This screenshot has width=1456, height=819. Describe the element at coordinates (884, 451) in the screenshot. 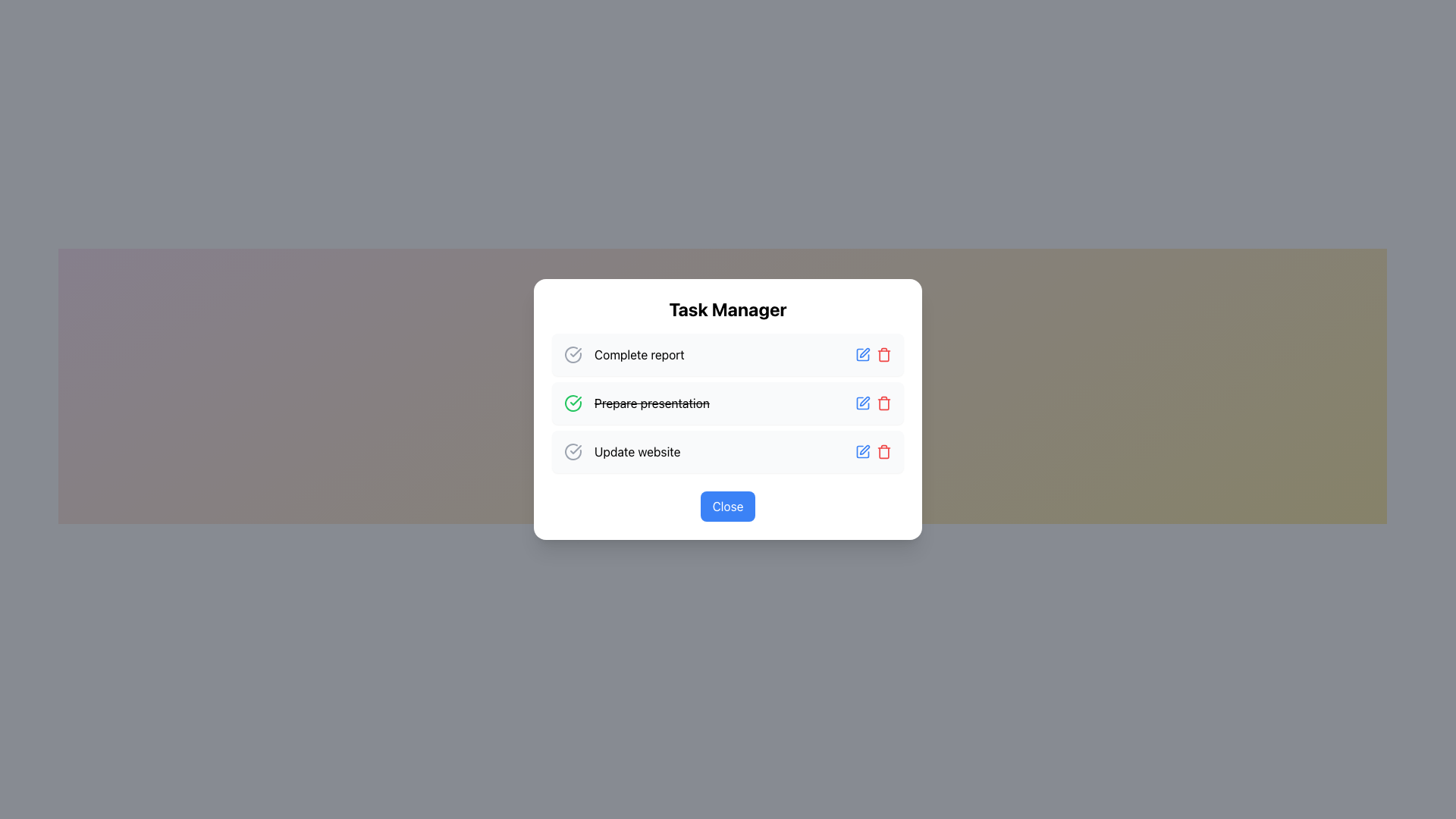

I see `the red trash icon located at the bottom-right corner of the 'Prepare presentation' task row` at that location.